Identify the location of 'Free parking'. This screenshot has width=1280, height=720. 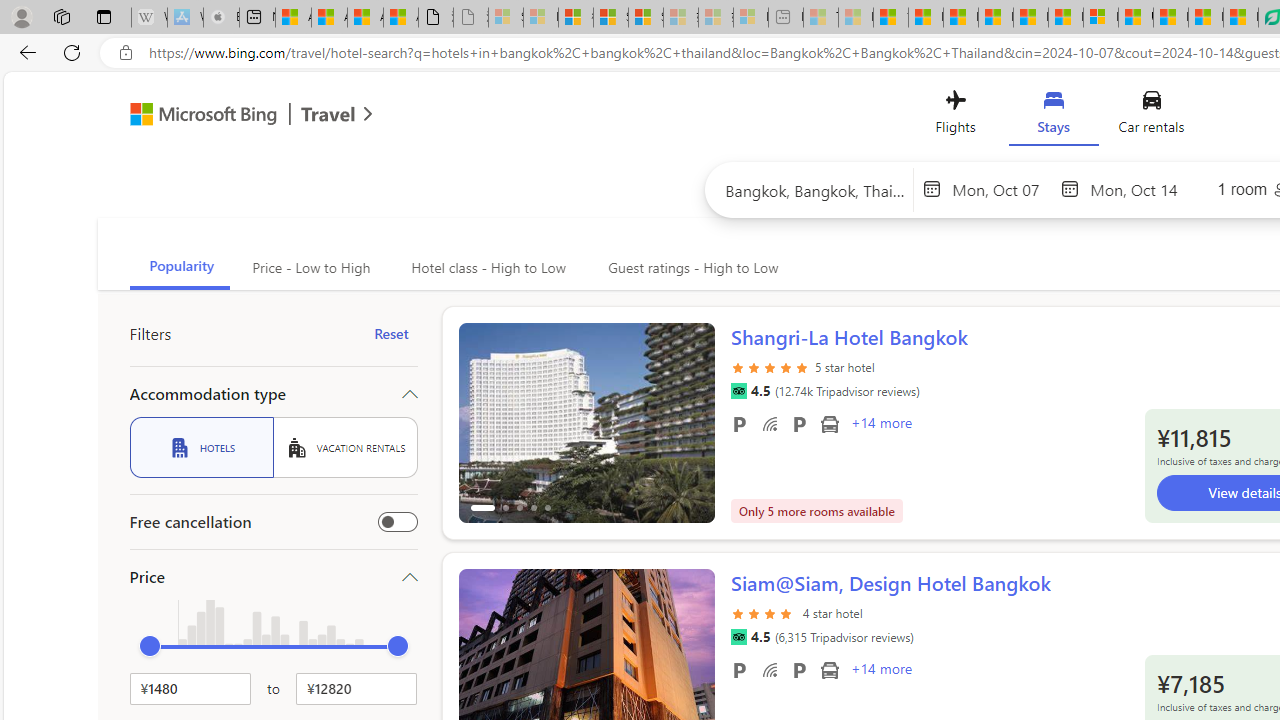
(738, 669).